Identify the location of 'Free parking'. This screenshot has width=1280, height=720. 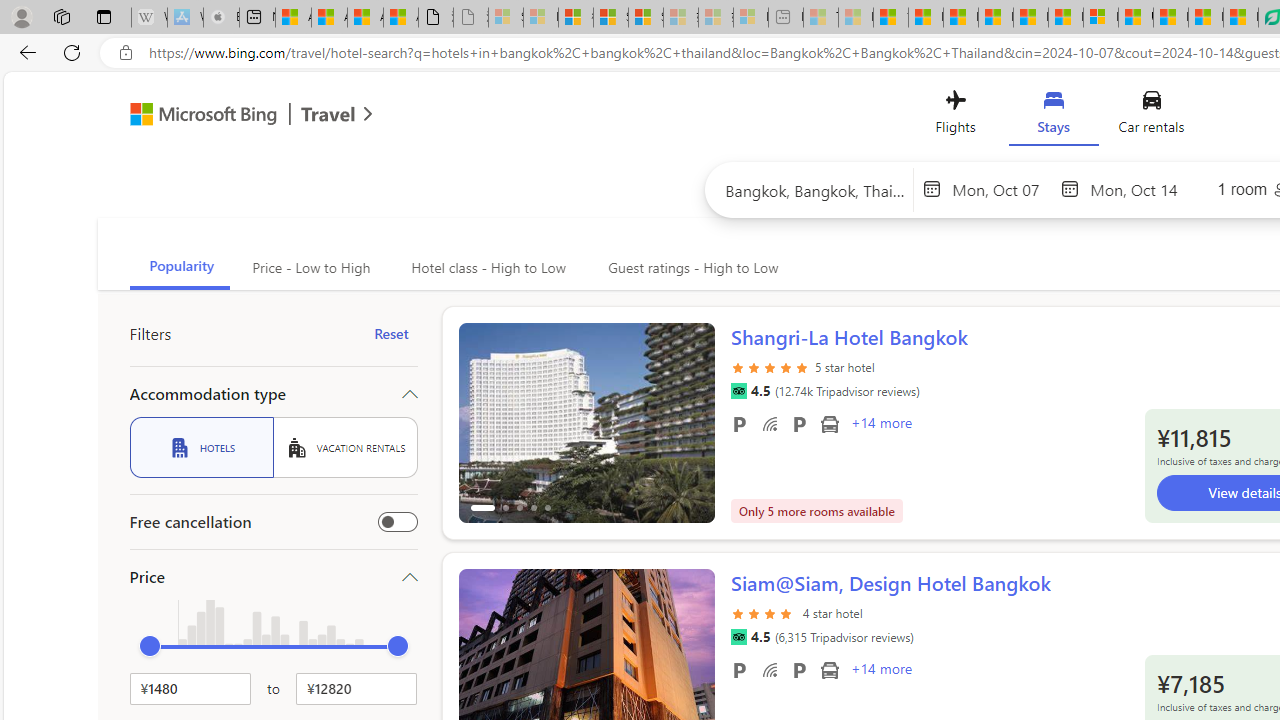
(738, 669).